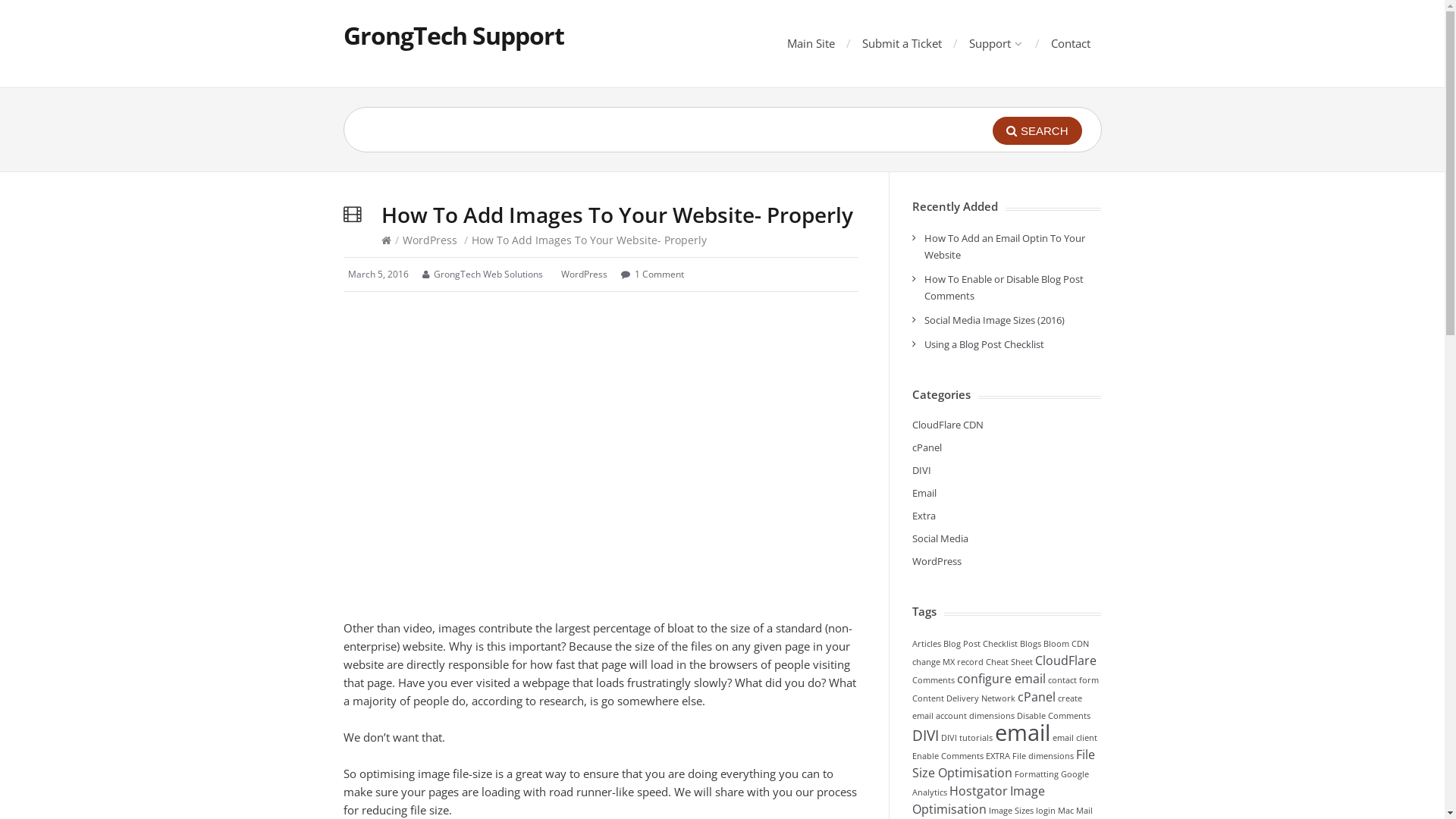  I want to click on 'login', so click(1044, 809).